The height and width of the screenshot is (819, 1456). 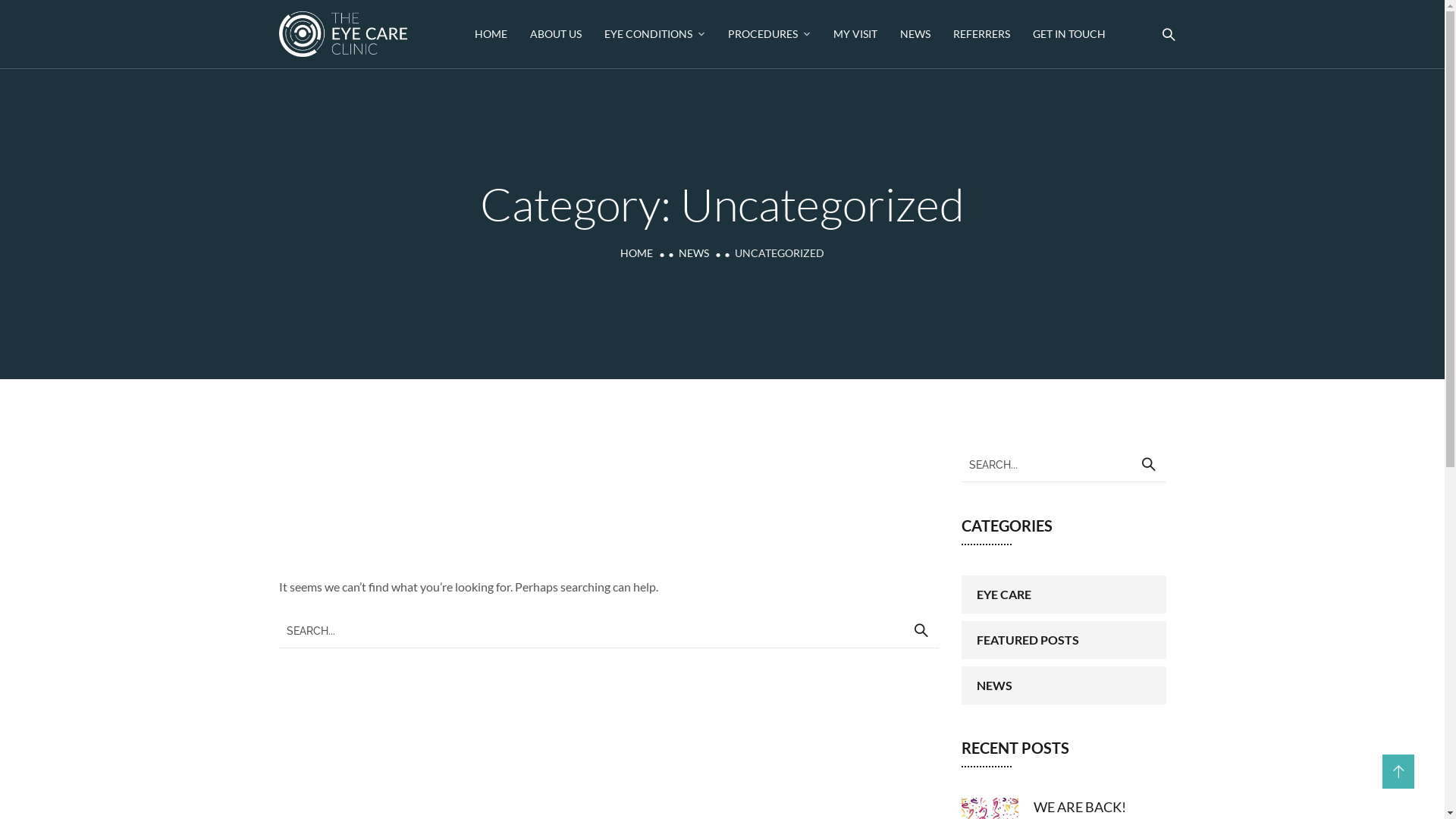 What do you see at coordinates (981, 34) in the screenshot?
I see `'REFERRERS'` at bounding box center [981, 34].